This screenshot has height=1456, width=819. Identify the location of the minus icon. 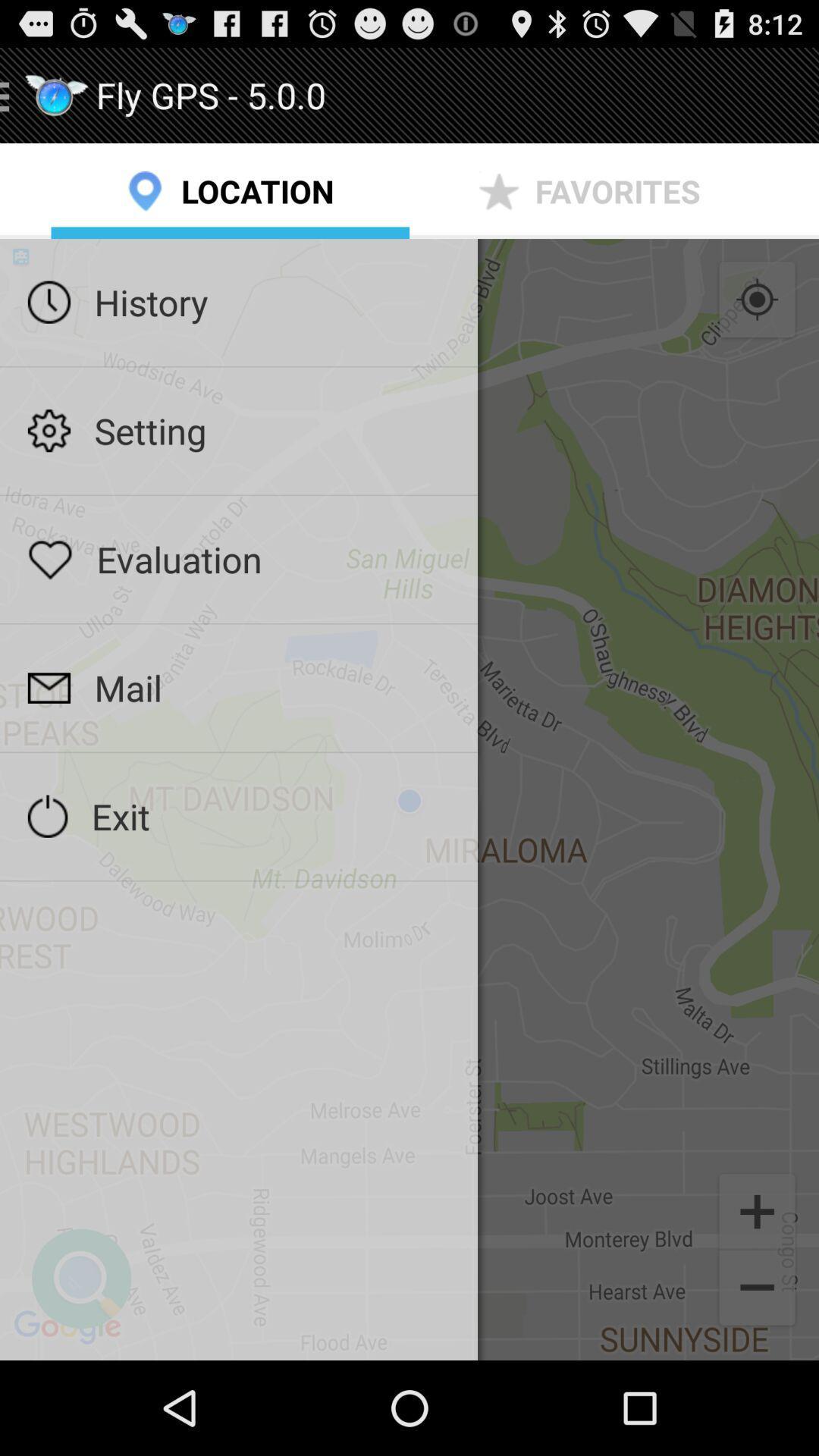
(757, 1380).